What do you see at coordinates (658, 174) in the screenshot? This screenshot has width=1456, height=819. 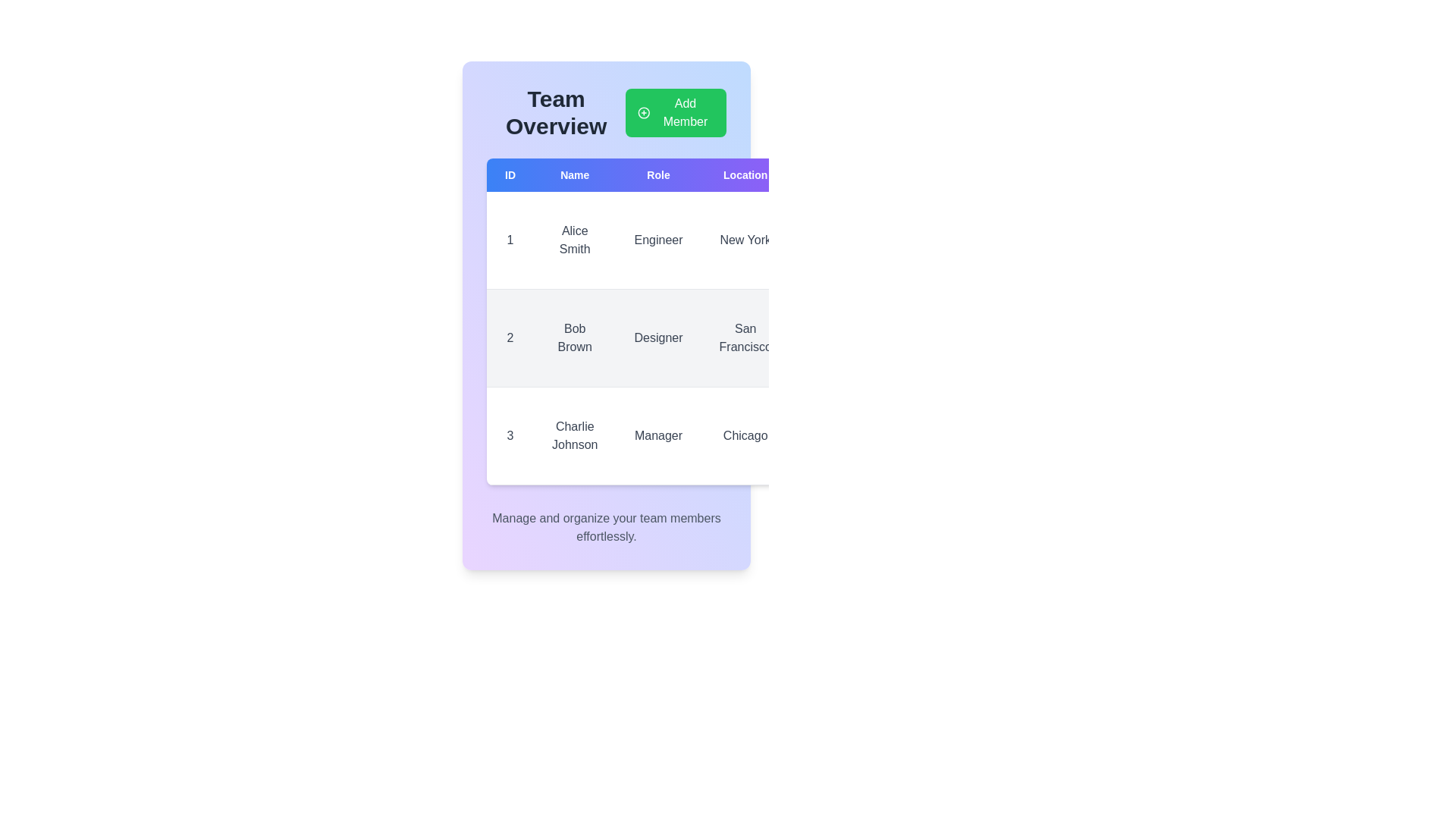 I see `the 'Role' header text label in the data table, which is the third header from the left, located between 'Name' and 'Location'` at bounding box center [658, 174].